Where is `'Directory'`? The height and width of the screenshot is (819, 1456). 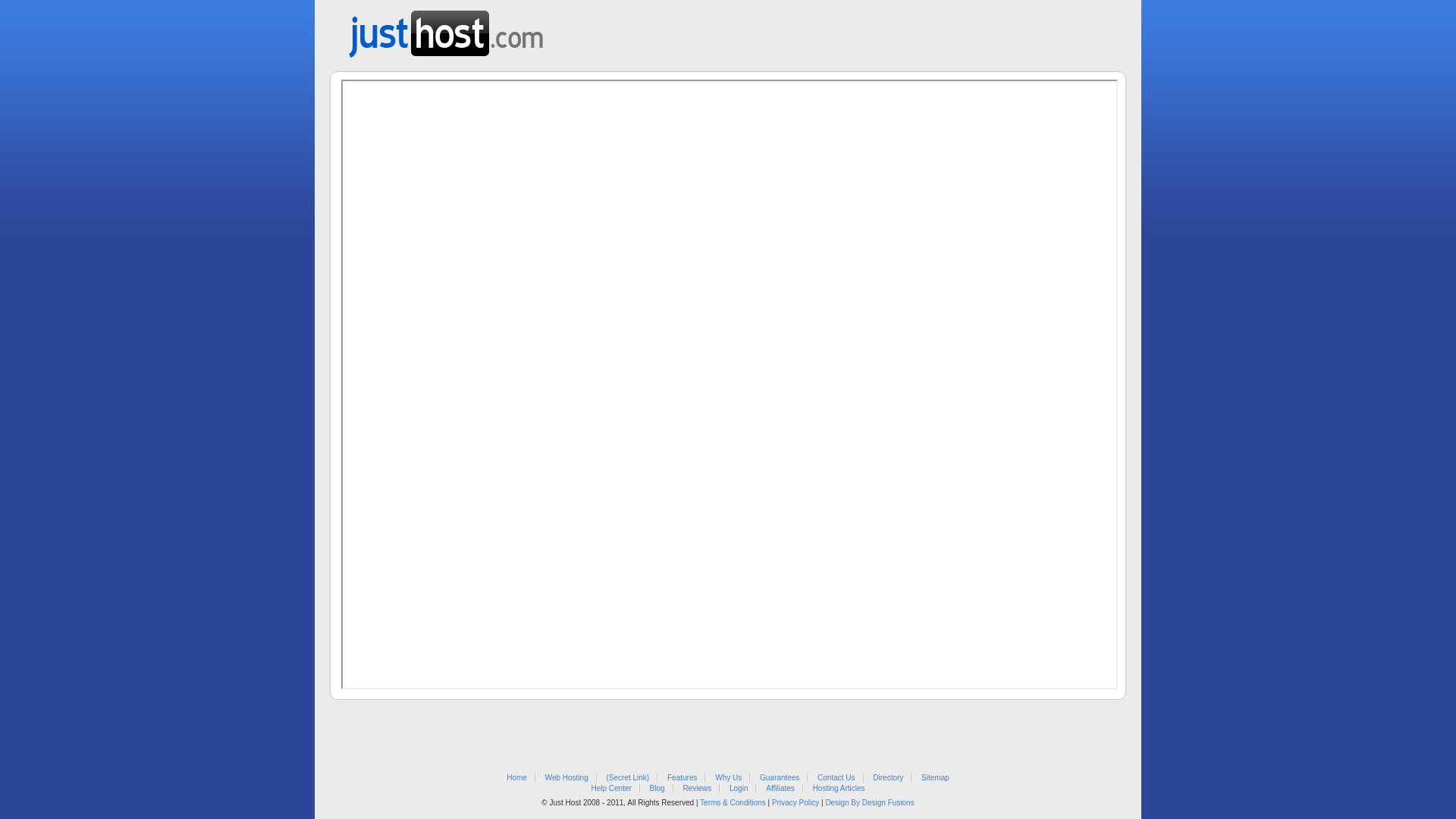
'Directory' is located at coordinates (888, 777).